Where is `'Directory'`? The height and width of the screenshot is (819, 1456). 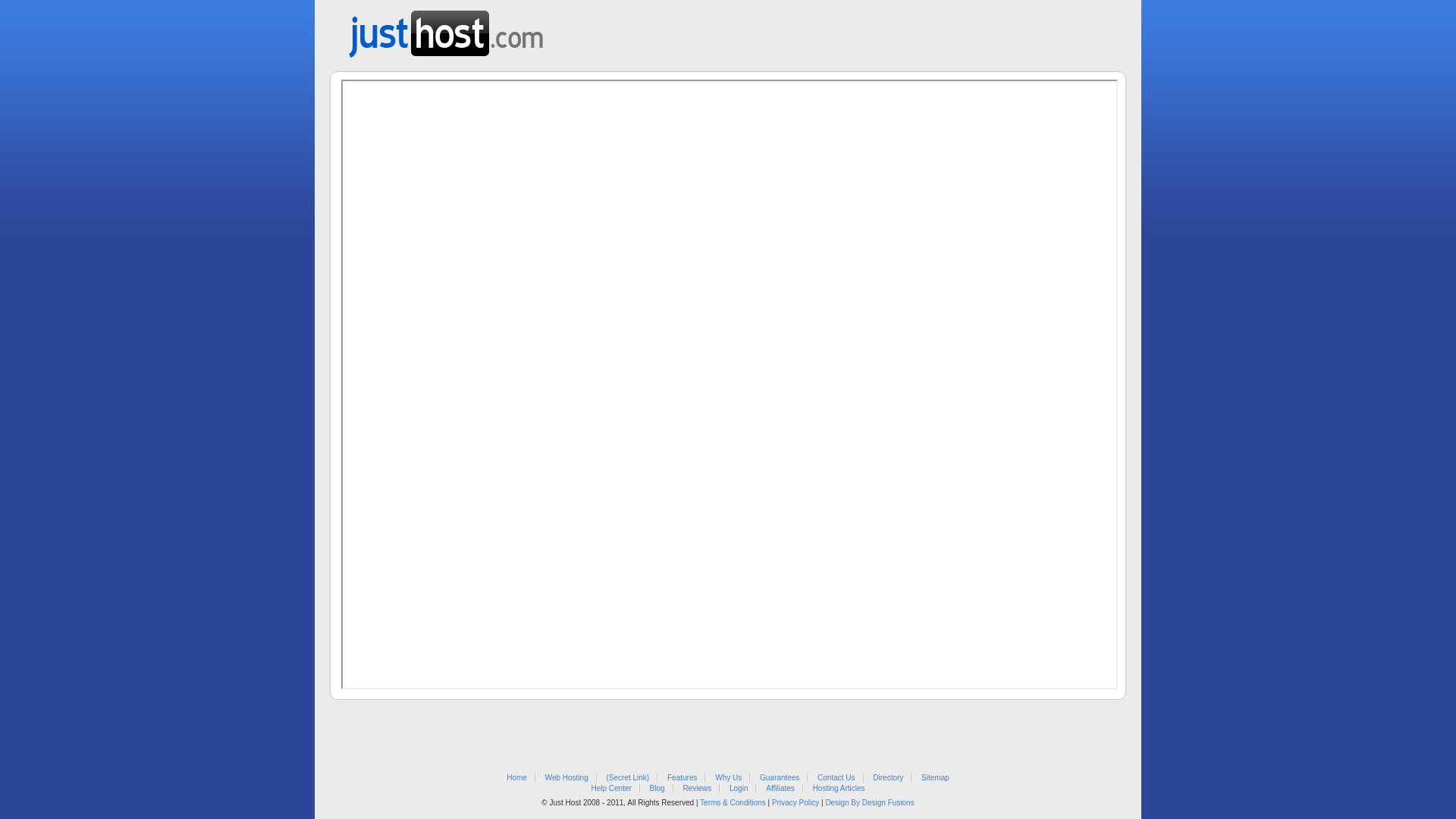
'Directory' is located at coordinates (888, 777).